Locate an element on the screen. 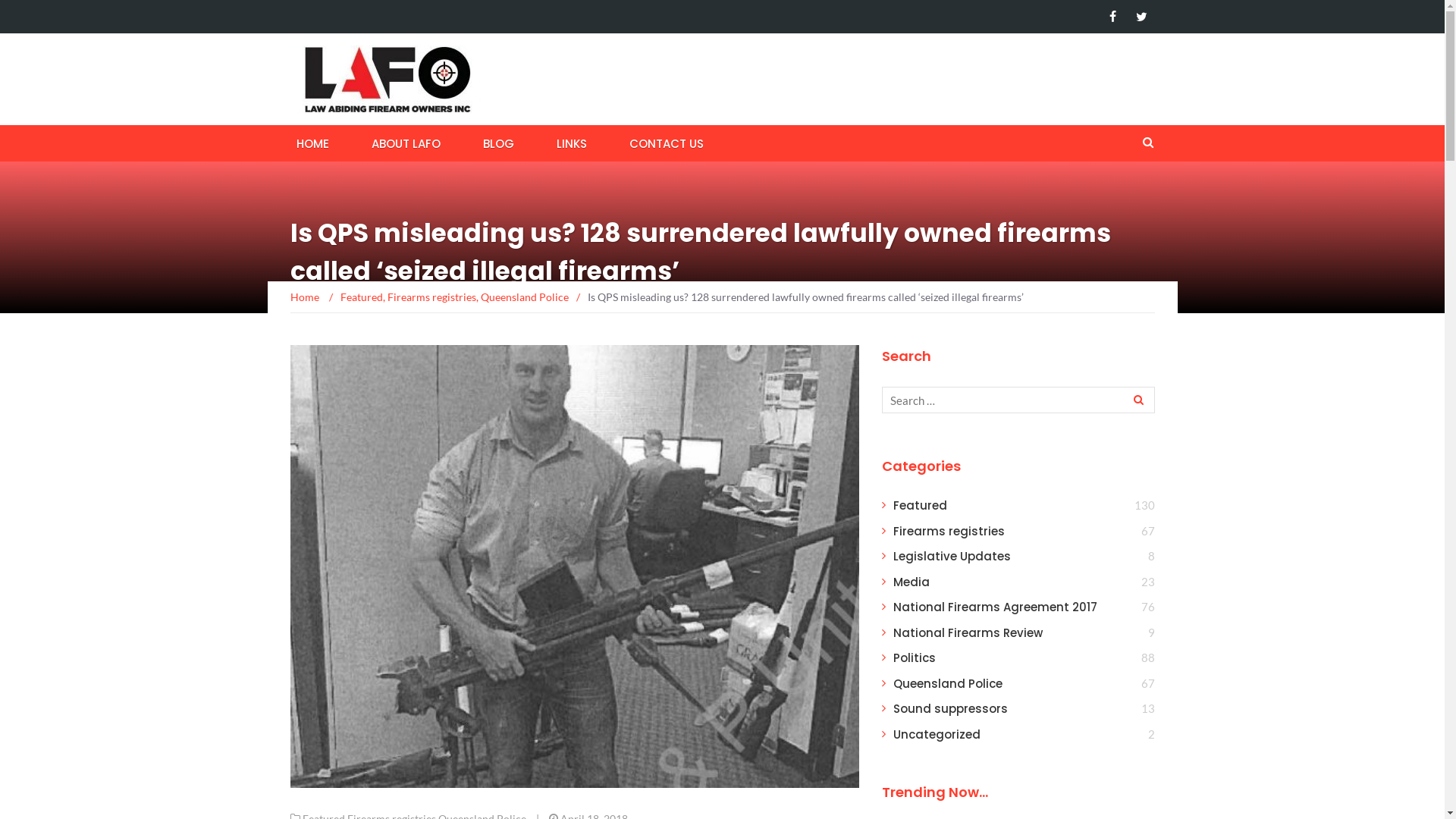 This screenshot has width=1456, height=819. 'Uncategorized' is located at coordinates (936, 733).